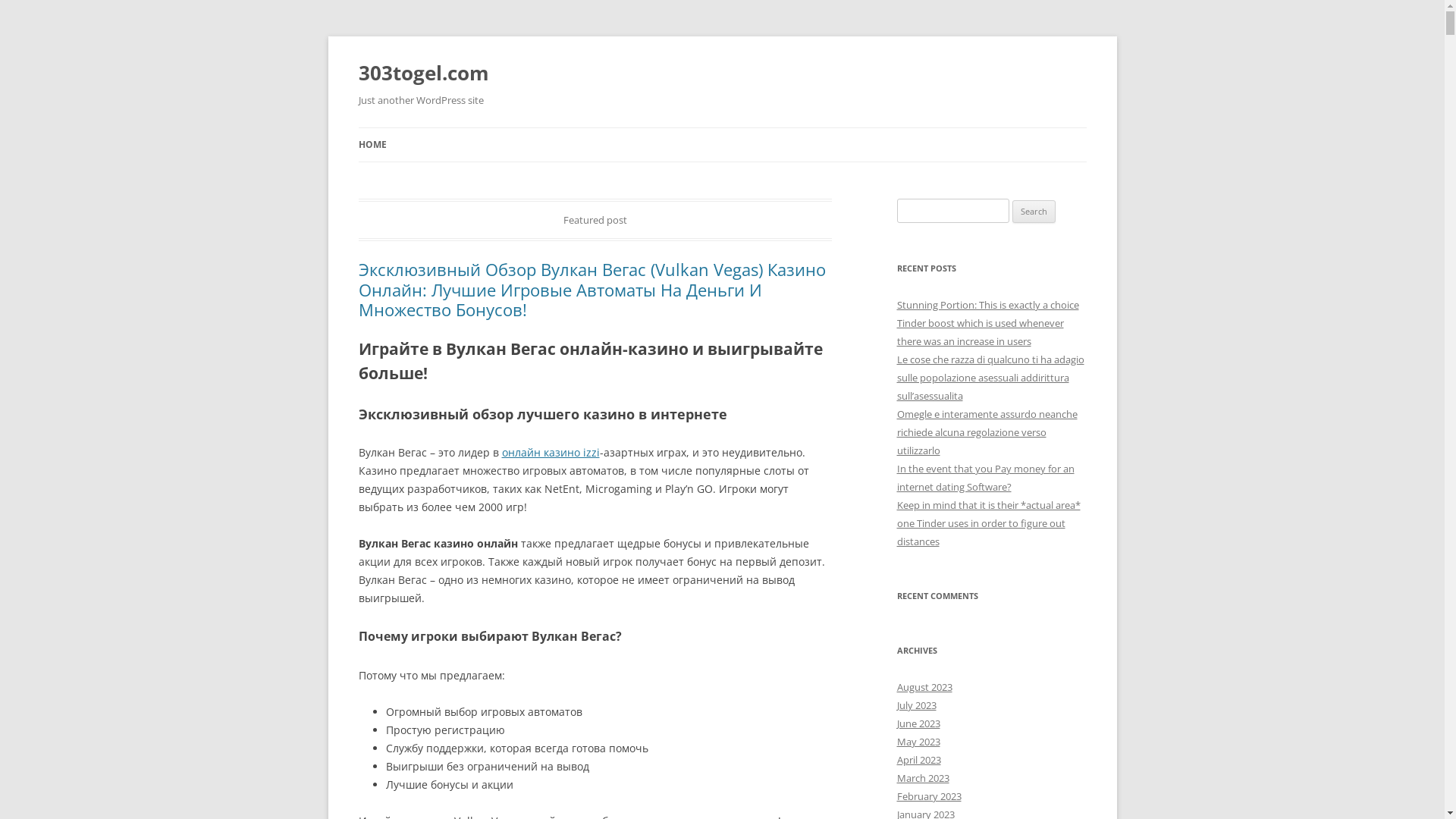 This screenshot has height=819, width=1456. I want to click on 'July 2023', so click(896, 704).